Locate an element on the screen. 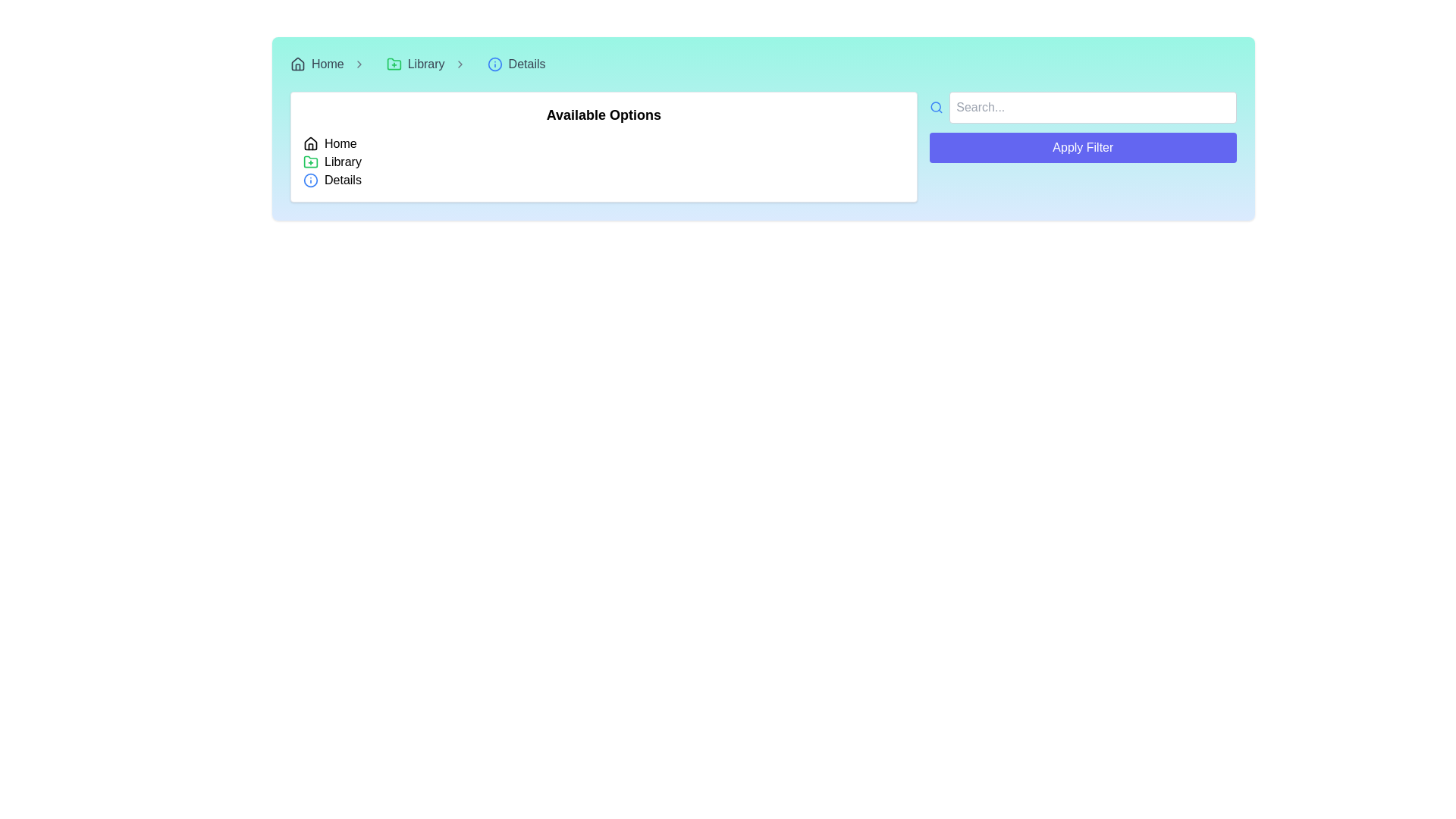 The height and width of the screenshot is (819, 1456). the outer circular frame of the 'info' icon in the breadcrumb navigation bar, which visually distinguishes the 'Details' breadcrumb item is located at coordinates (494, 63).